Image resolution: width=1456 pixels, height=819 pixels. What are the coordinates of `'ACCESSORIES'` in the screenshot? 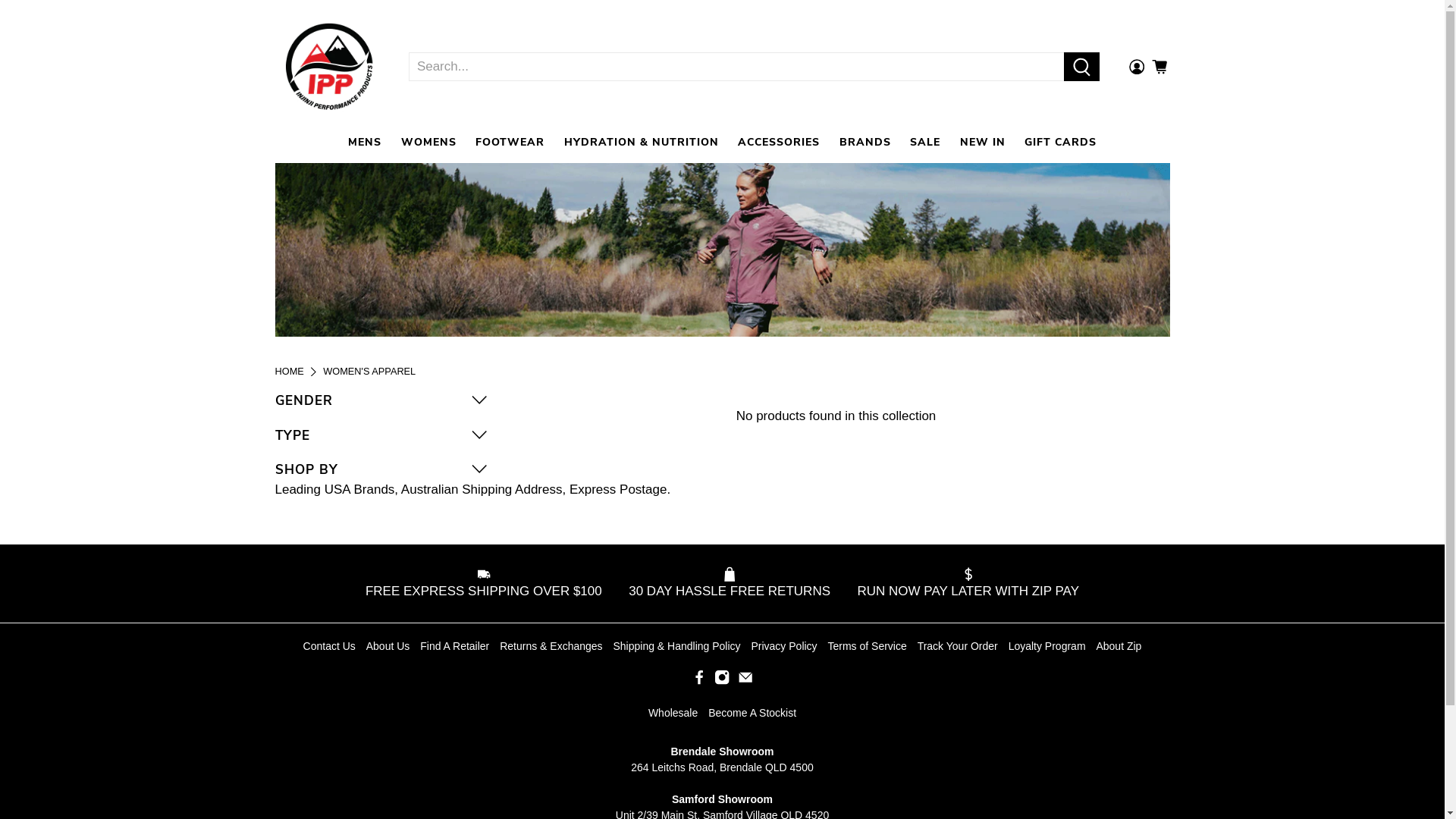 It's located at (779, 142).